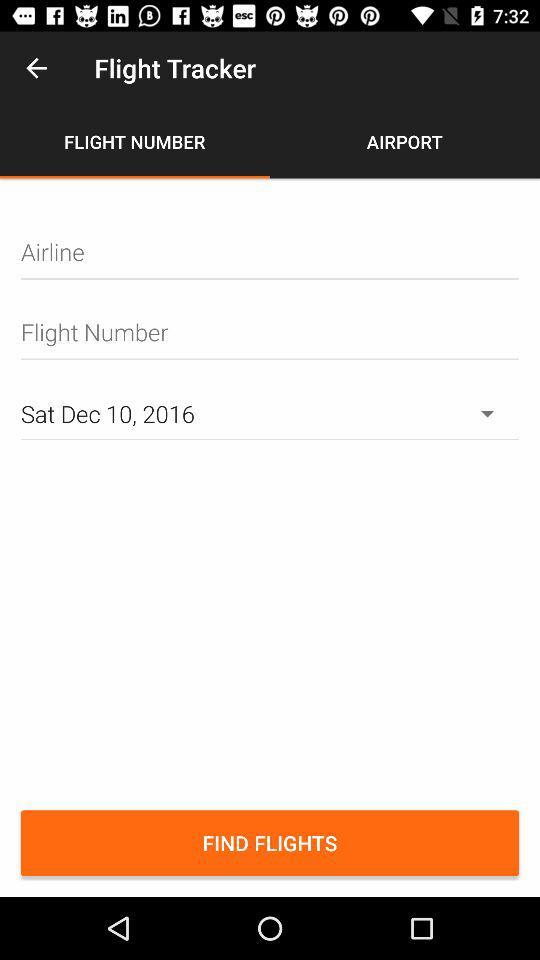 The width and height of the screenshot is (540, 960). What do you see at coordinates (36, 68) in the screenshot?
I see `the item above flight number item` at bounding box center [36, 68].